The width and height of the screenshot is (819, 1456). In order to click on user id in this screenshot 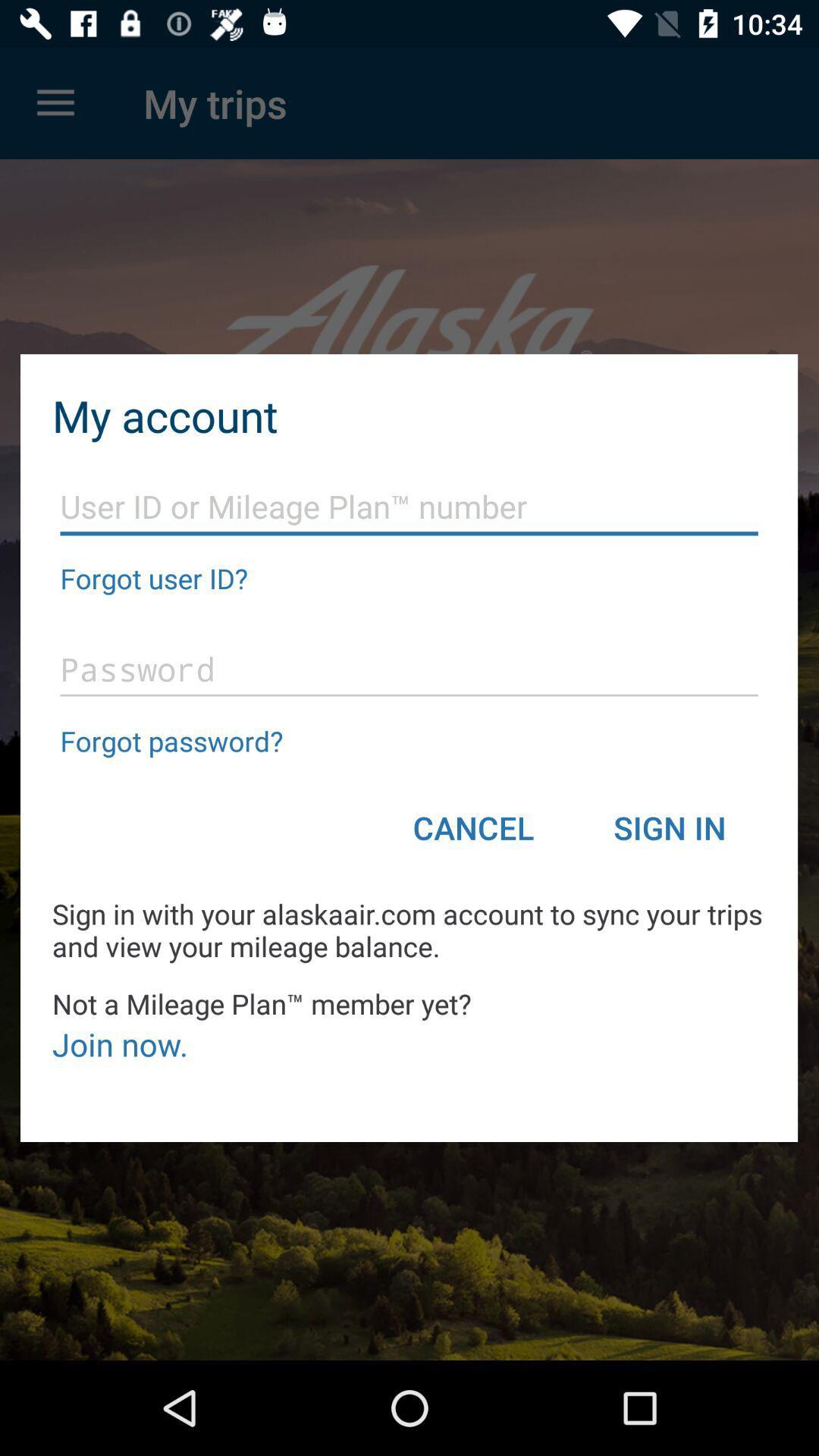, I will do `click(408, 507)`.